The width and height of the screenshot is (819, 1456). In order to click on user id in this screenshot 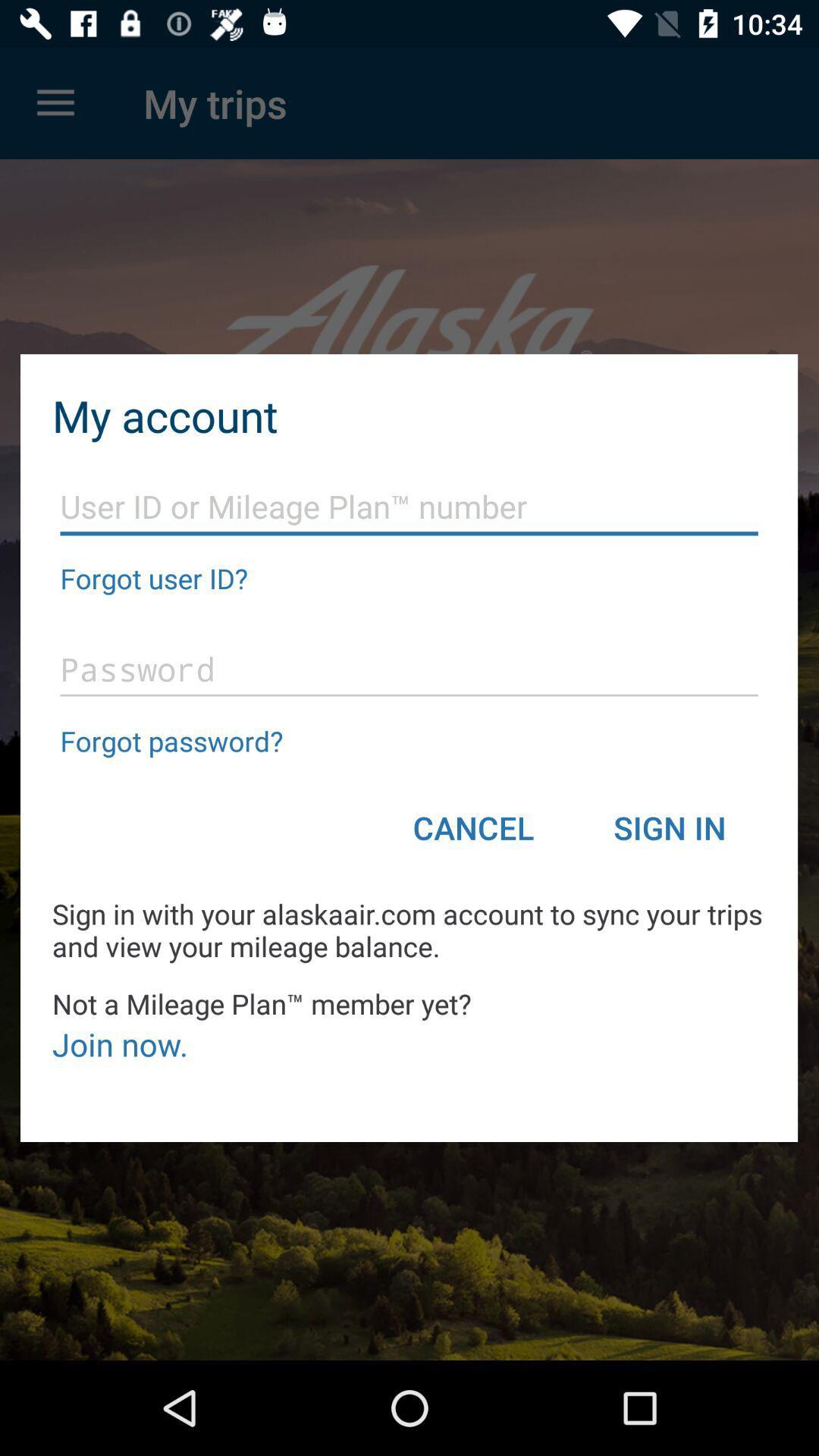, I will do `click(408, 507)`.